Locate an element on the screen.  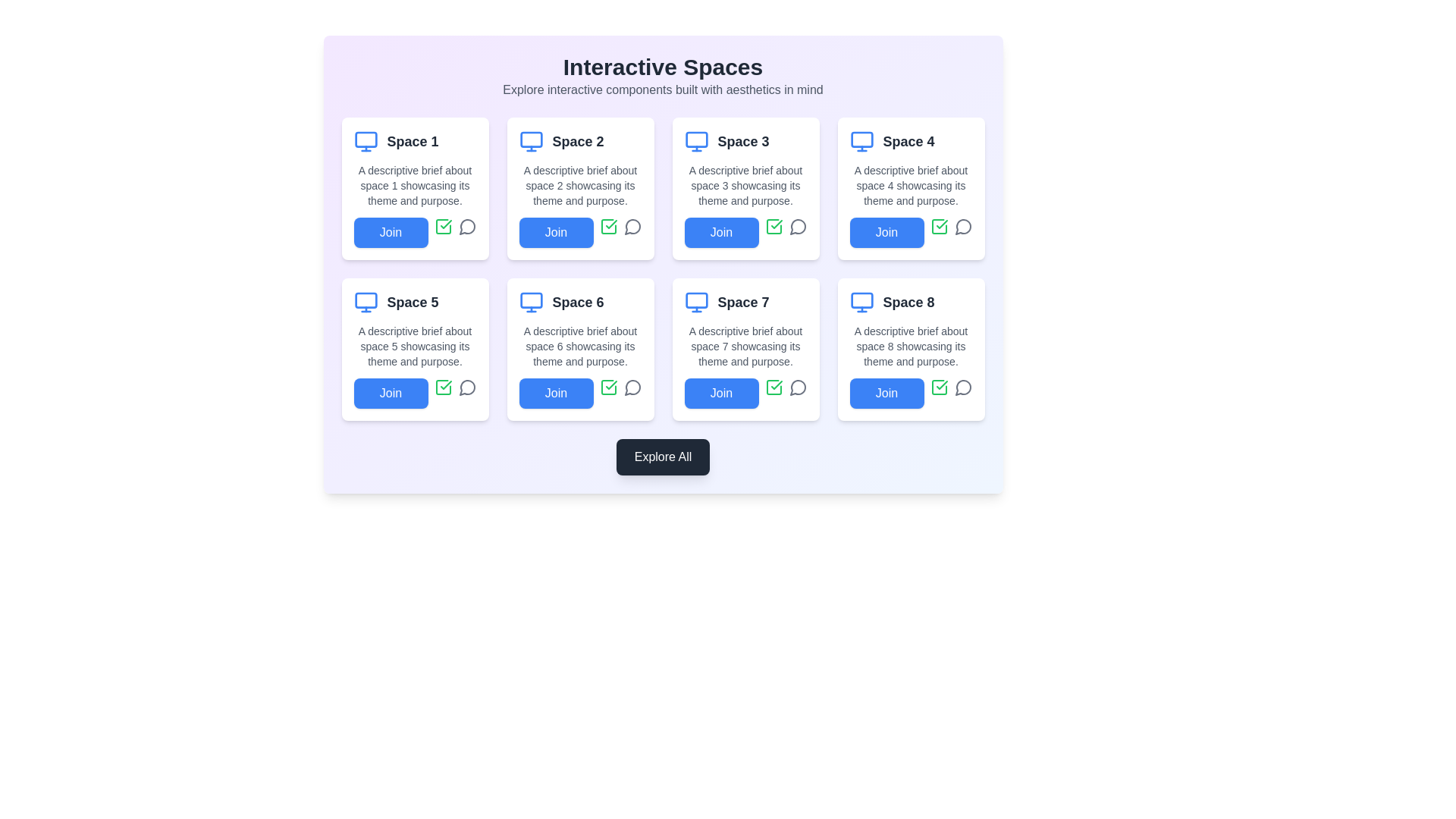
the 'Join' button located at the bottom of the 'Space 7' card to observe the hover effect is located at coordinates (745, 393).